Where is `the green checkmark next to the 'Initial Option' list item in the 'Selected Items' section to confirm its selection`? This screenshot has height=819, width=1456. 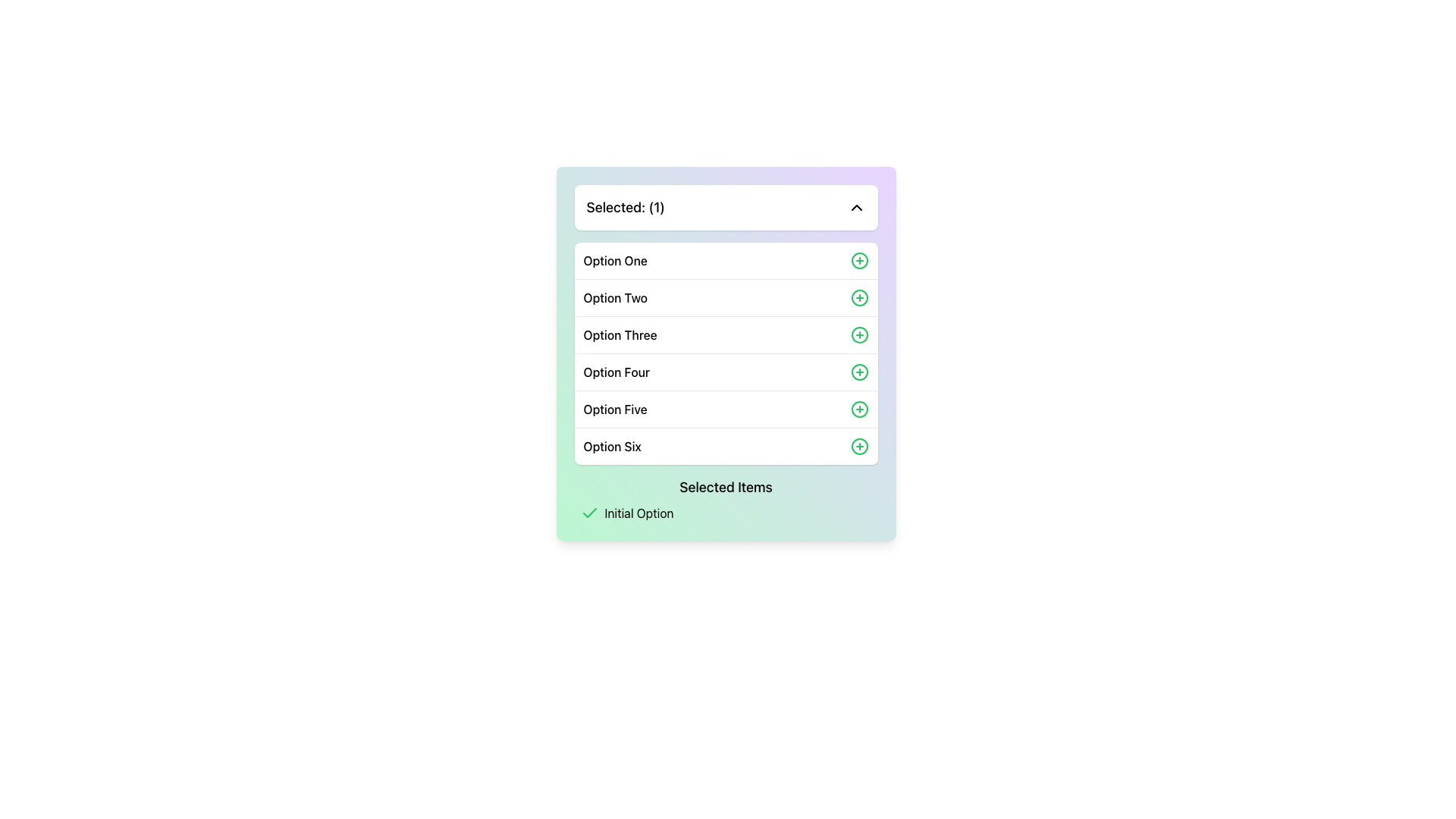 the green checkmark next to the 'Initial Option' list item in the 'Selected Items' section to confirm its selection is located at coordinates (725, 513).